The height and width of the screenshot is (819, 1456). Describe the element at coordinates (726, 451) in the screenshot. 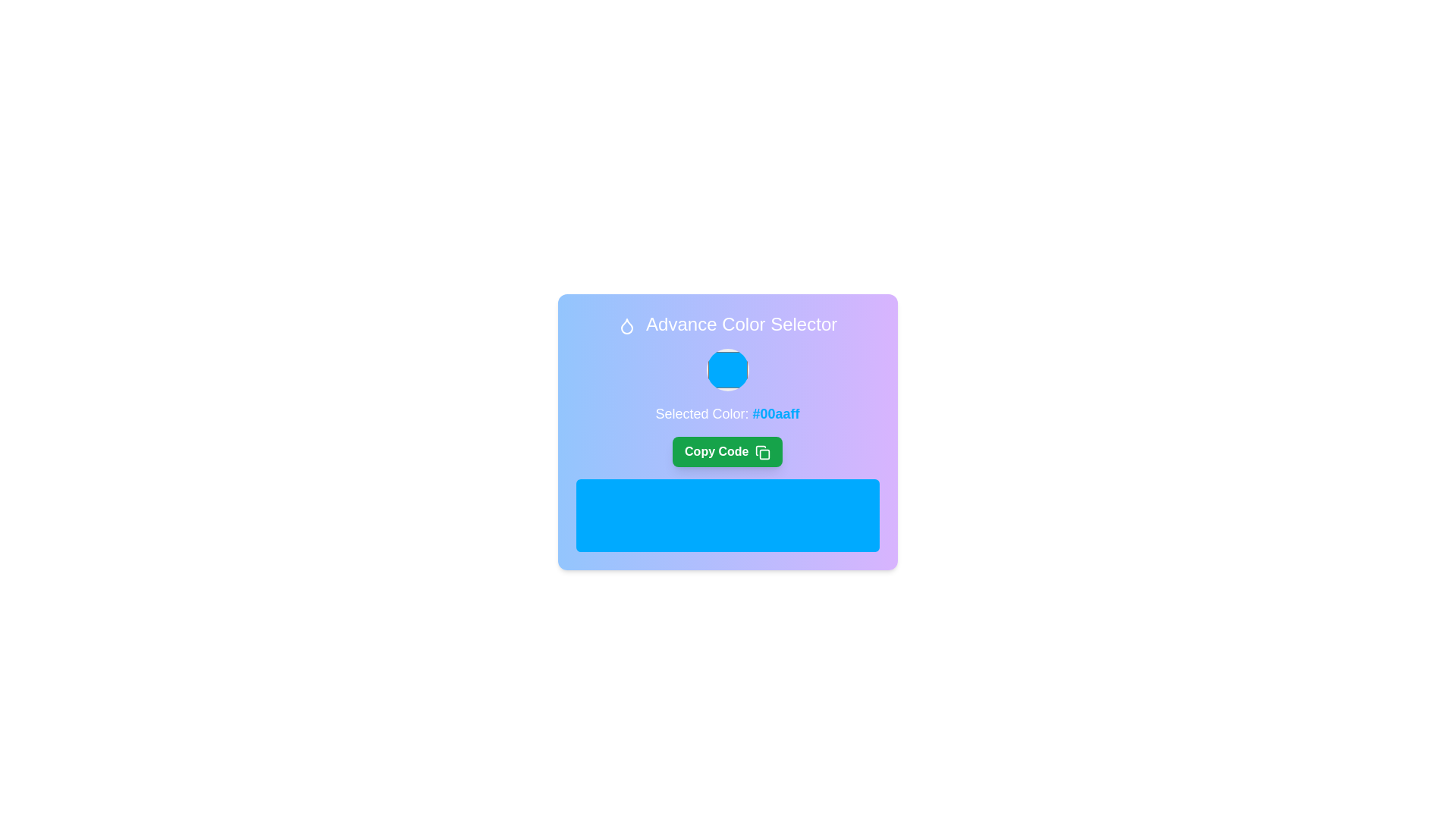

I see `the button that copies a specific code to the clipboard, located below the 'Selected Color: #00aaff' text and above a large blue rectangle` at that location.